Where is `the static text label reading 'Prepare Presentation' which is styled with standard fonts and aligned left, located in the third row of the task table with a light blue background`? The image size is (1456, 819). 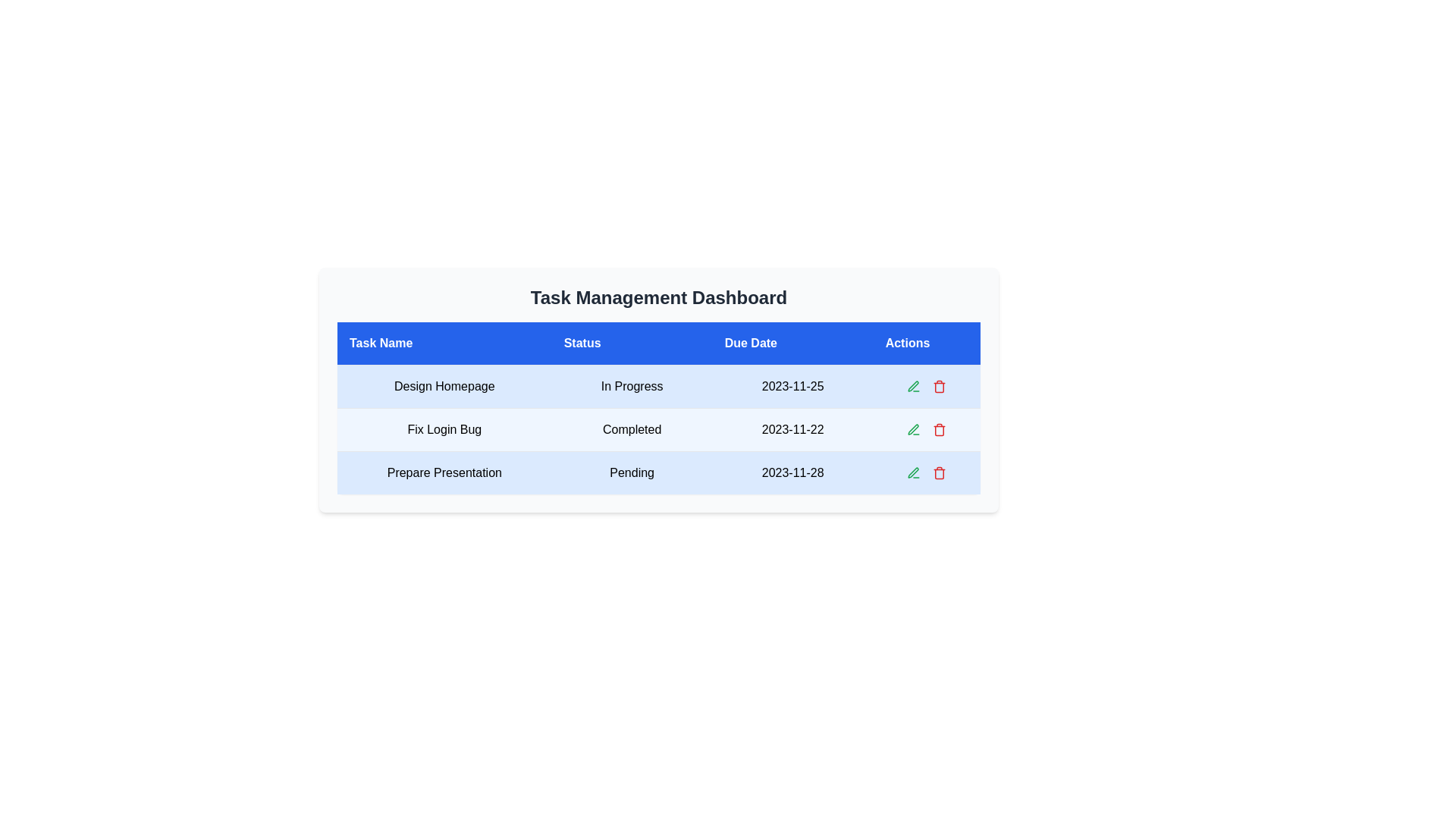 the static text label reading 'Prepare Presentation' which is styled with standard fonts and aligned left, located in the third row of the task table with a light blue background is located at coordinates (444, 472).